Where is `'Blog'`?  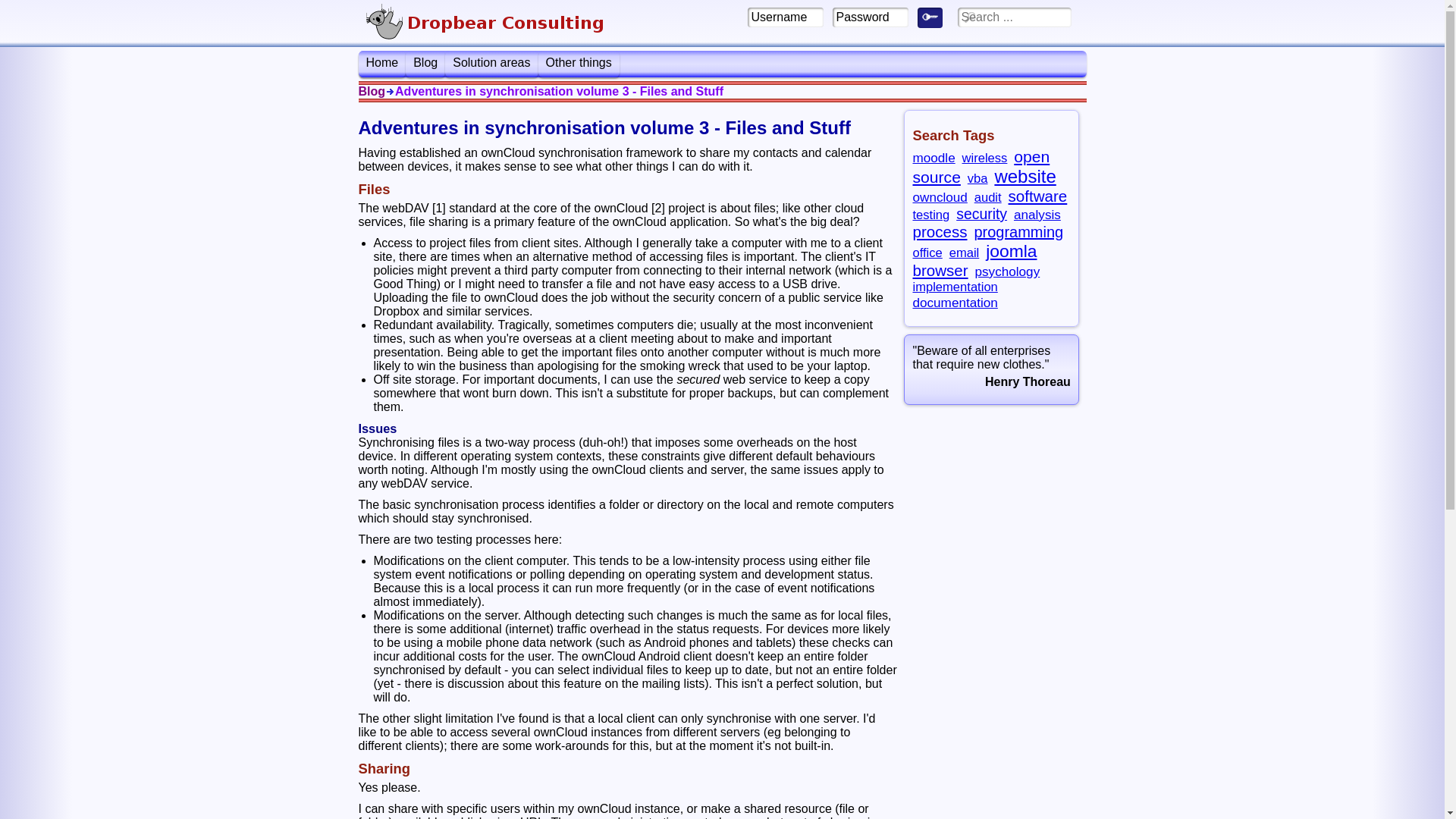
'Blog' is located at coordinates (425, 63).